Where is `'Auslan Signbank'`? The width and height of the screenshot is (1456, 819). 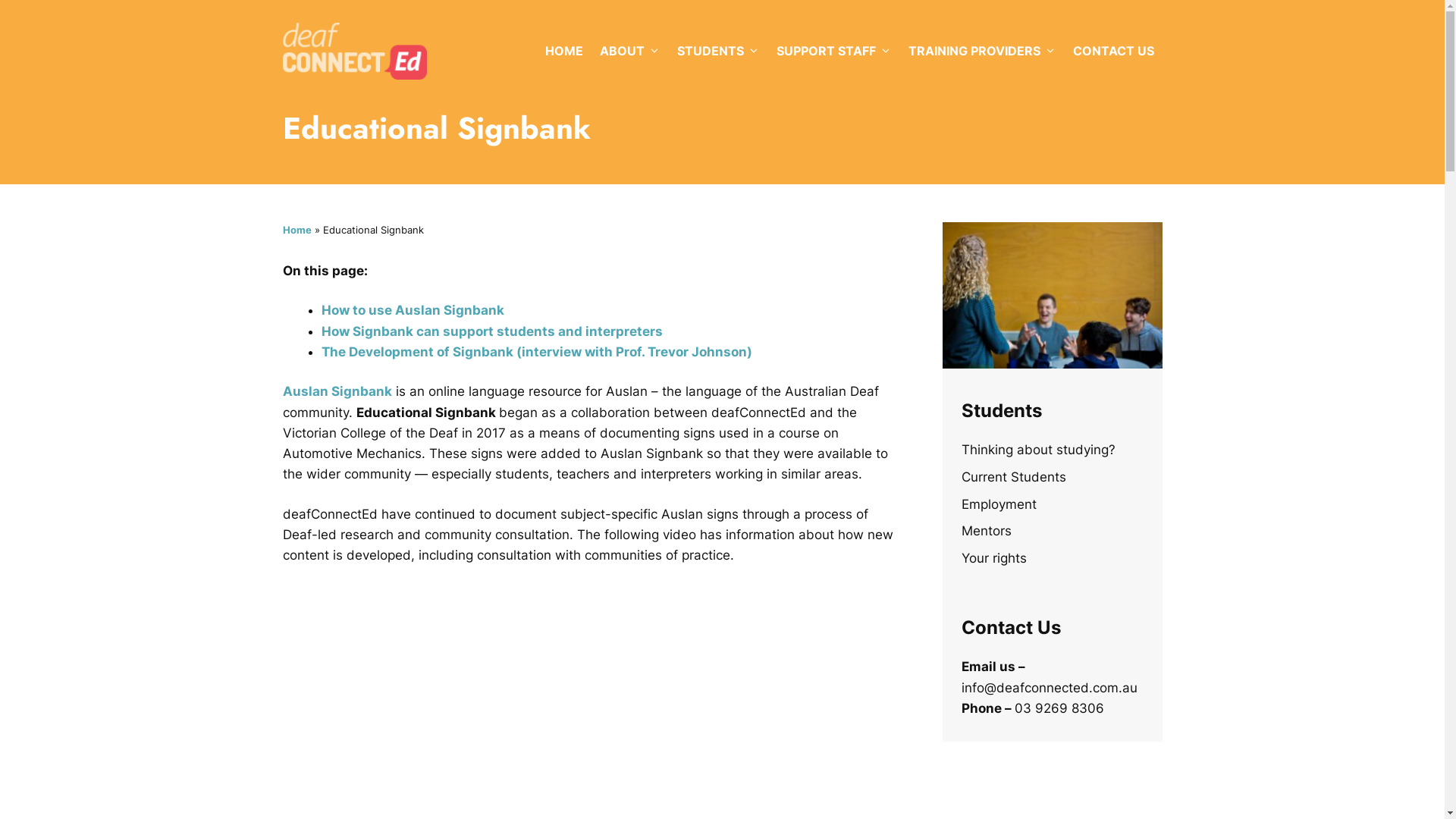
'Auslan Signbank' is located at coordinates (336, 391).